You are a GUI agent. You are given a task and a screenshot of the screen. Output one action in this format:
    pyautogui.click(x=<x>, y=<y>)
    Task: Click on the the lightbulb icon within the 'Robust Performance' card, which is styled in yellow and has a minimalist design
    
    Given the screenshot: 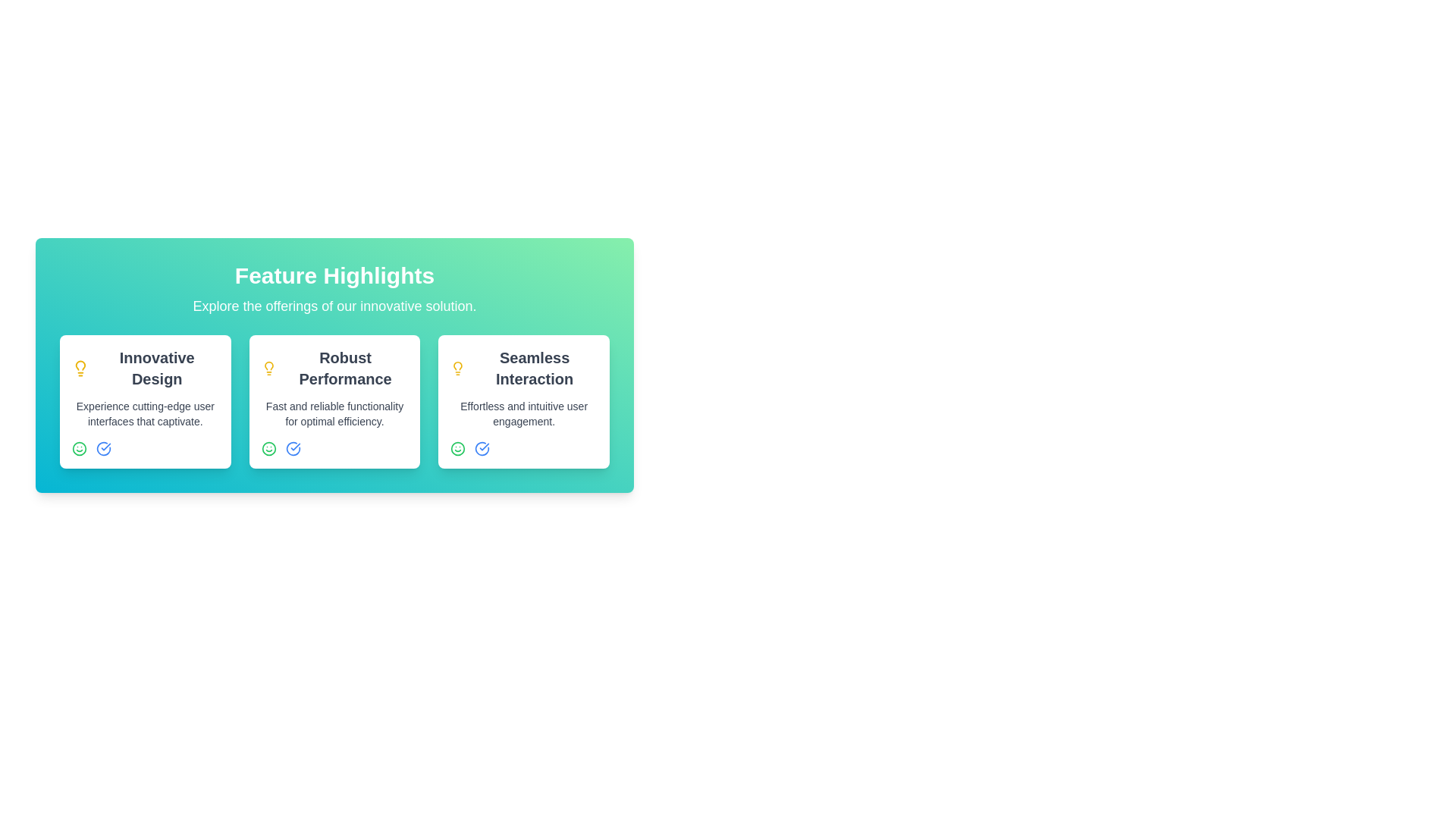 What is the action you would take?
    pyautogui.click(x=268, y=366)
    